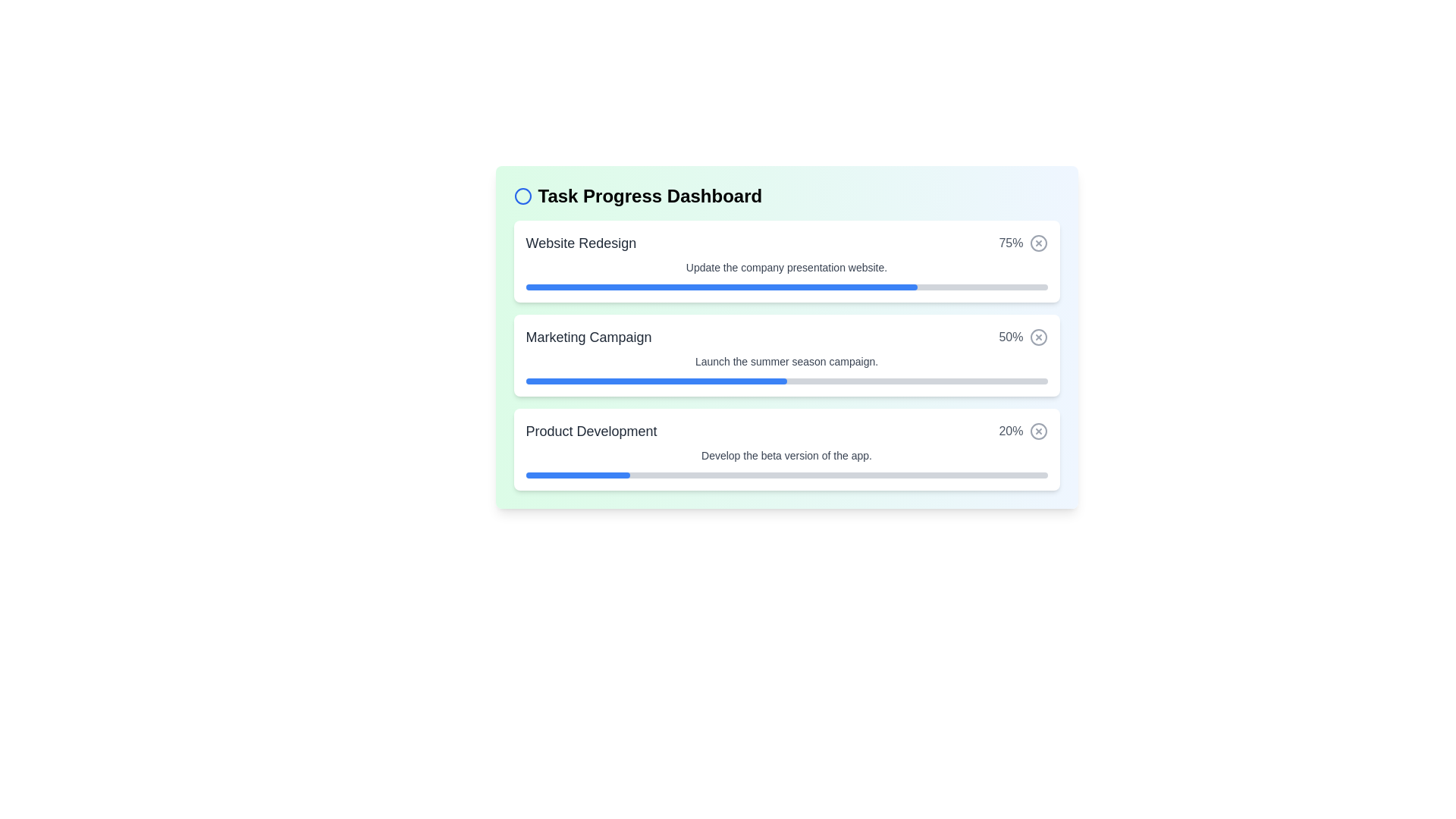 The width and height of the screenshot is (1456, 819). What do you see at coordinates (588, 336) in the screenshot?
I see `the static text label for the task 'Marketing Campaign' located on the left side of the 'Task Progress Dashboard' interface` at bounding box center [588, 336].